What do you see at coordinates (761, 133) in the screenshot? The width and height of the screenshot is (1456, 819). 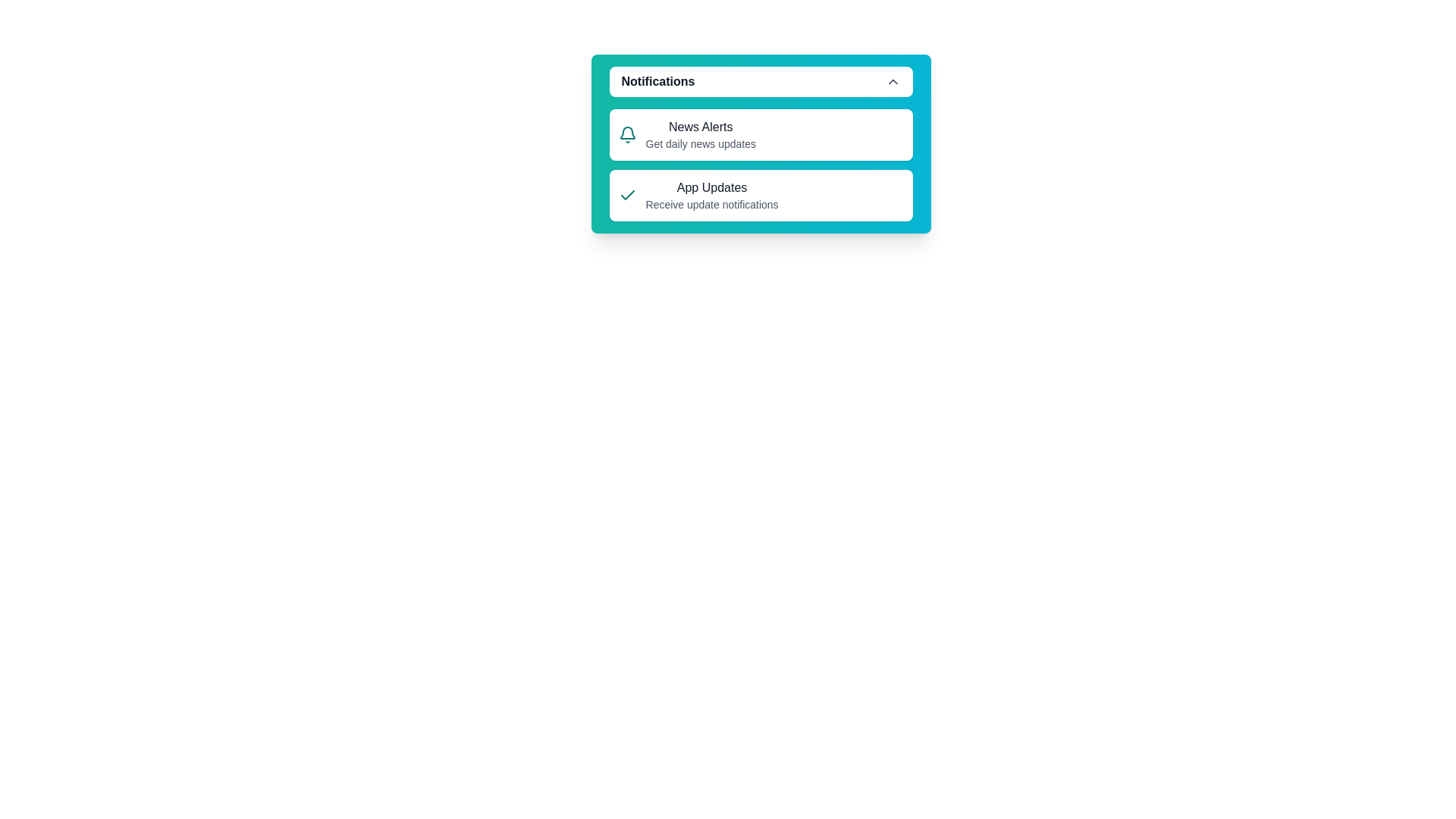 I see `the notification item News Alerts to highlight it` at bounding box center [761, 133].